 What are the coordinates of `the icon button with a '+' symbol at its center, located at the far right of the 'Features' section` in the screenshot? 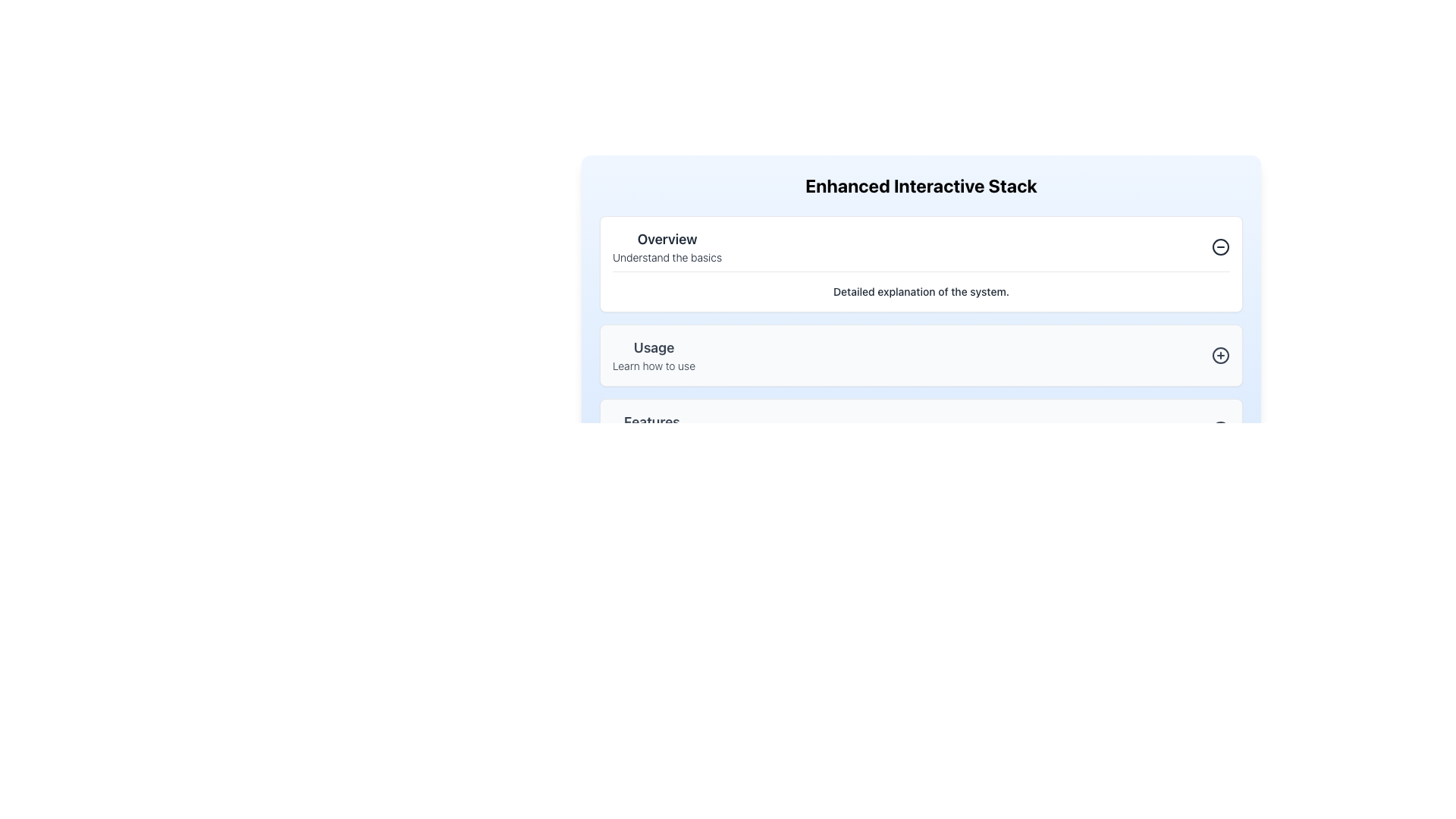 It's located at (1220, 430).